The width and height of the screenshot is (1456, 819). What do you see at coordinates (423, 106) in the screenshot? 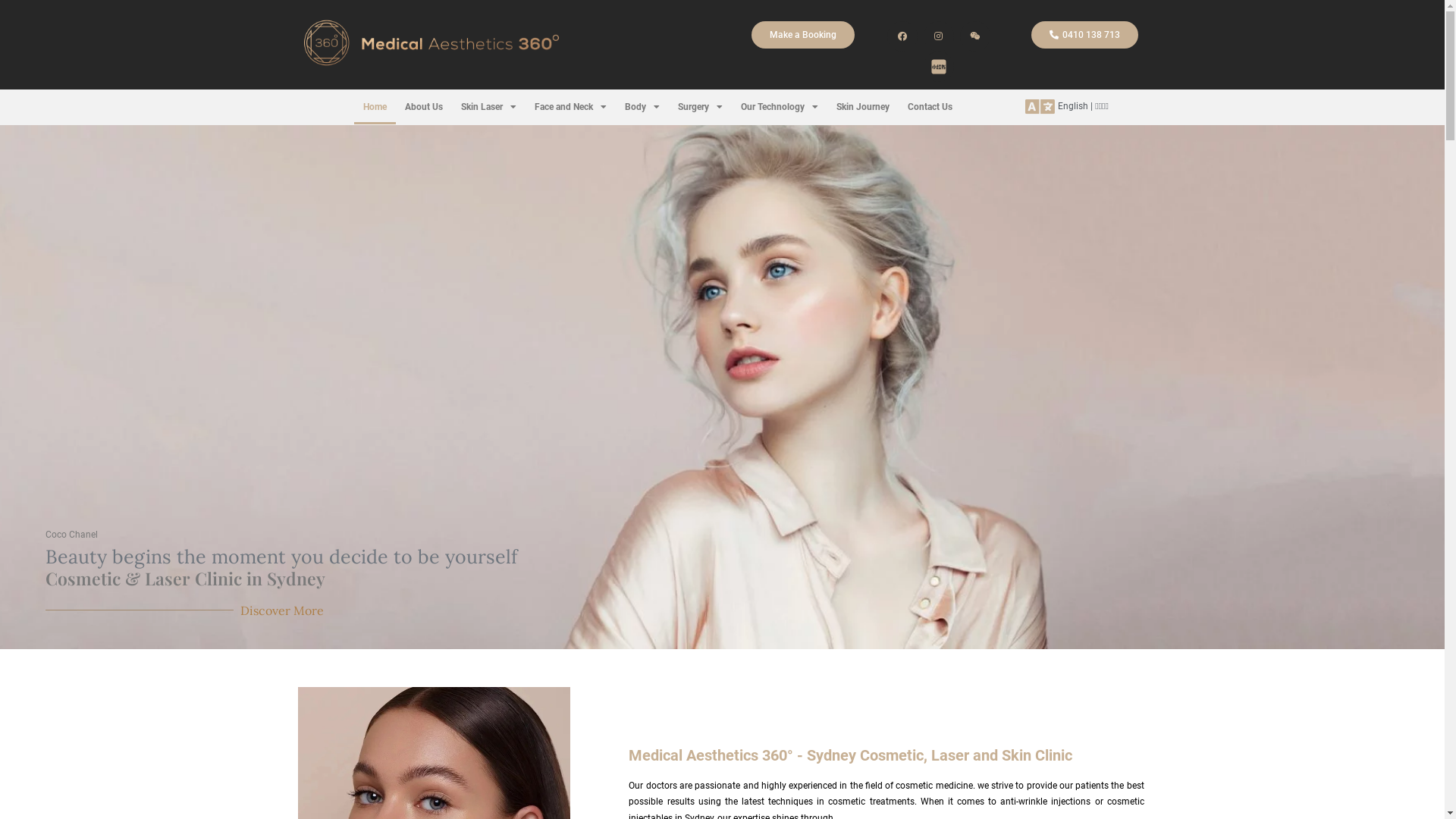
I see `'About Us'` at bounding box center [423, 106].